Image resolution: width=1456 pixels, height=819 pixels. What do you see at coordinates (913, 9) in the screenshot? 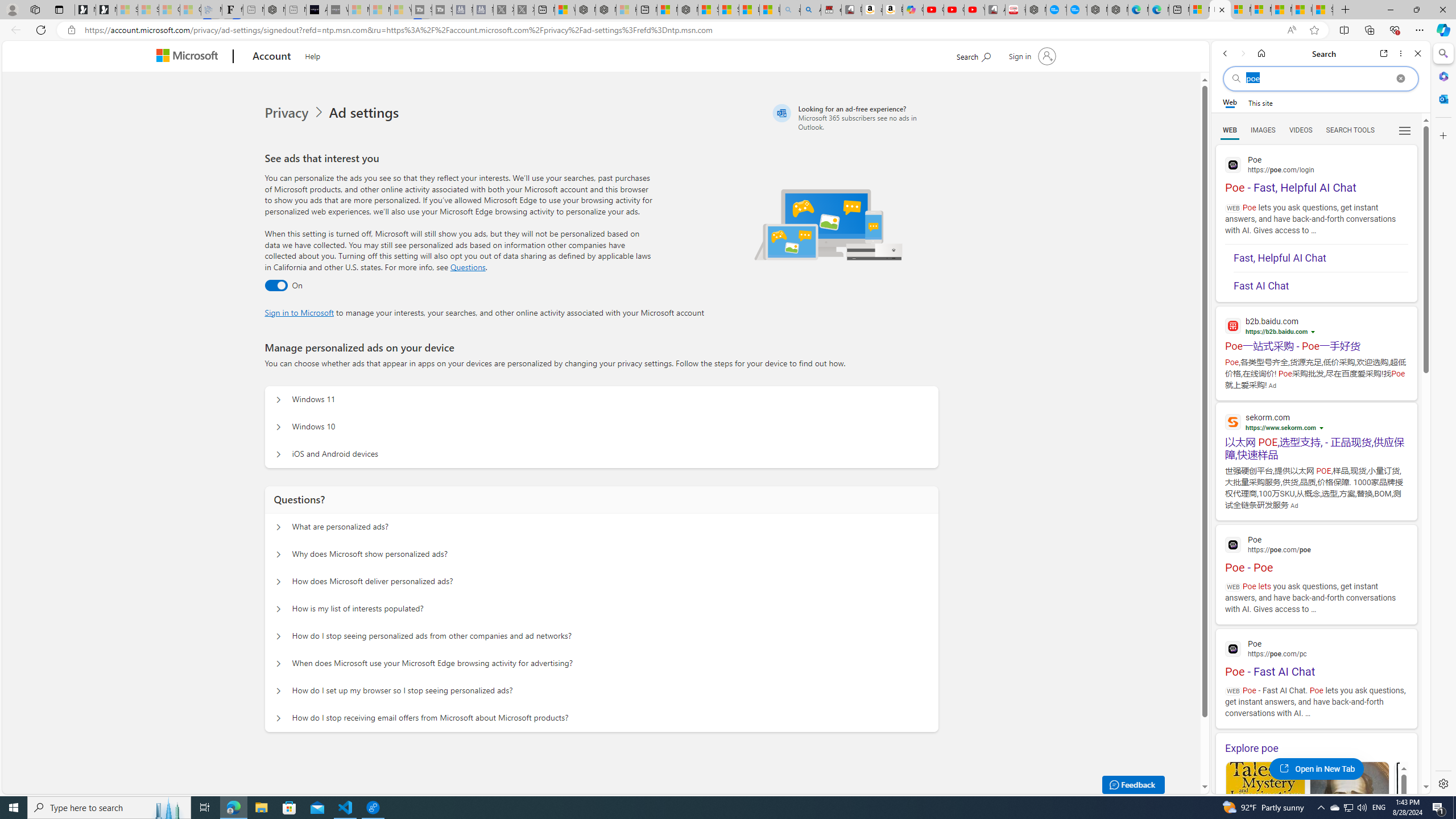
I see `'Copilot'` at bounding box center [913, 9].